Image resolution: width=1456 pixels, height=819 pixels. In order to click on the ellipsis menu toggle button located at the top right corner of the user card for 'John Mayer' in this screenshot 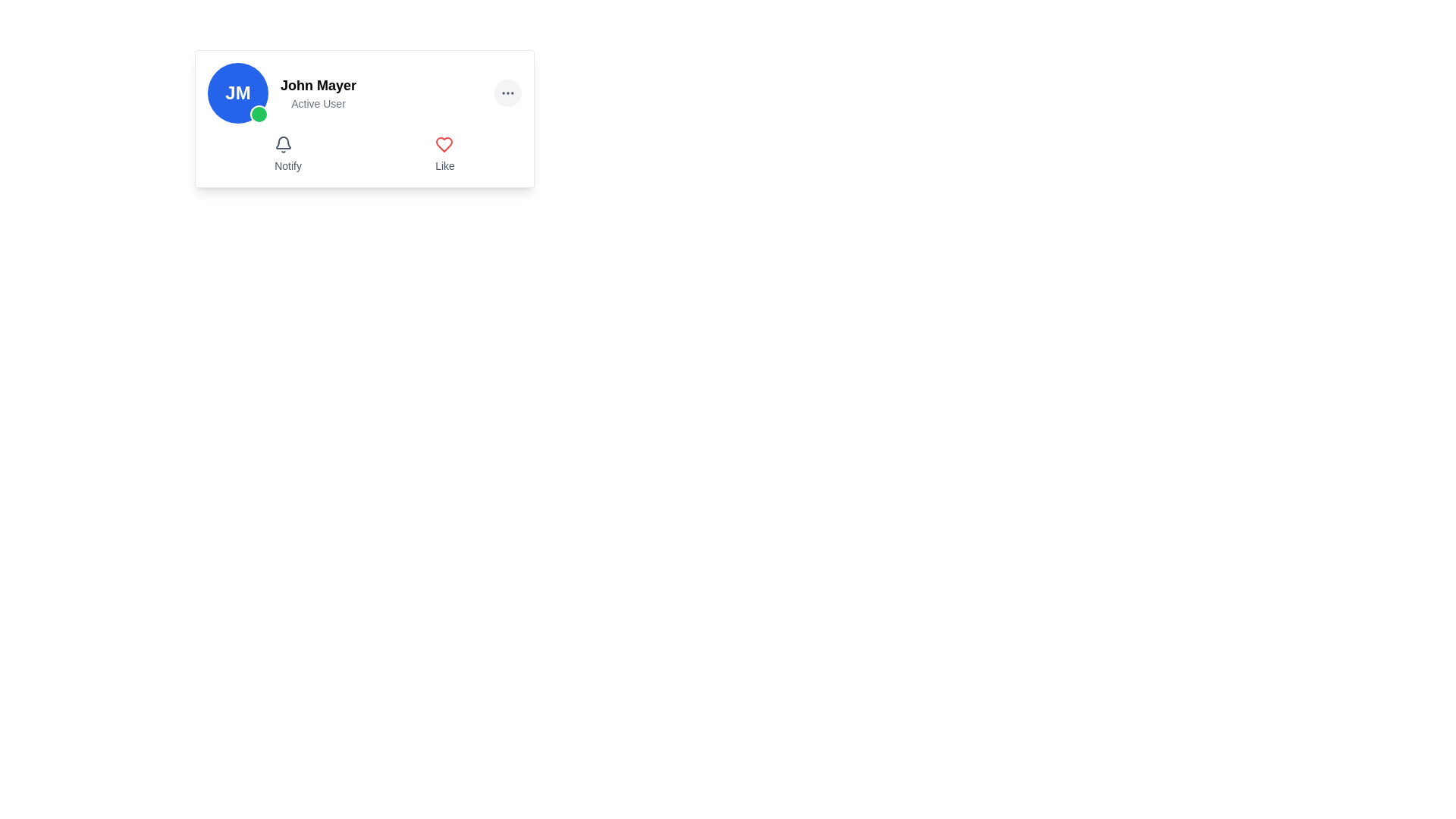, I will do `click(508, 93)`.